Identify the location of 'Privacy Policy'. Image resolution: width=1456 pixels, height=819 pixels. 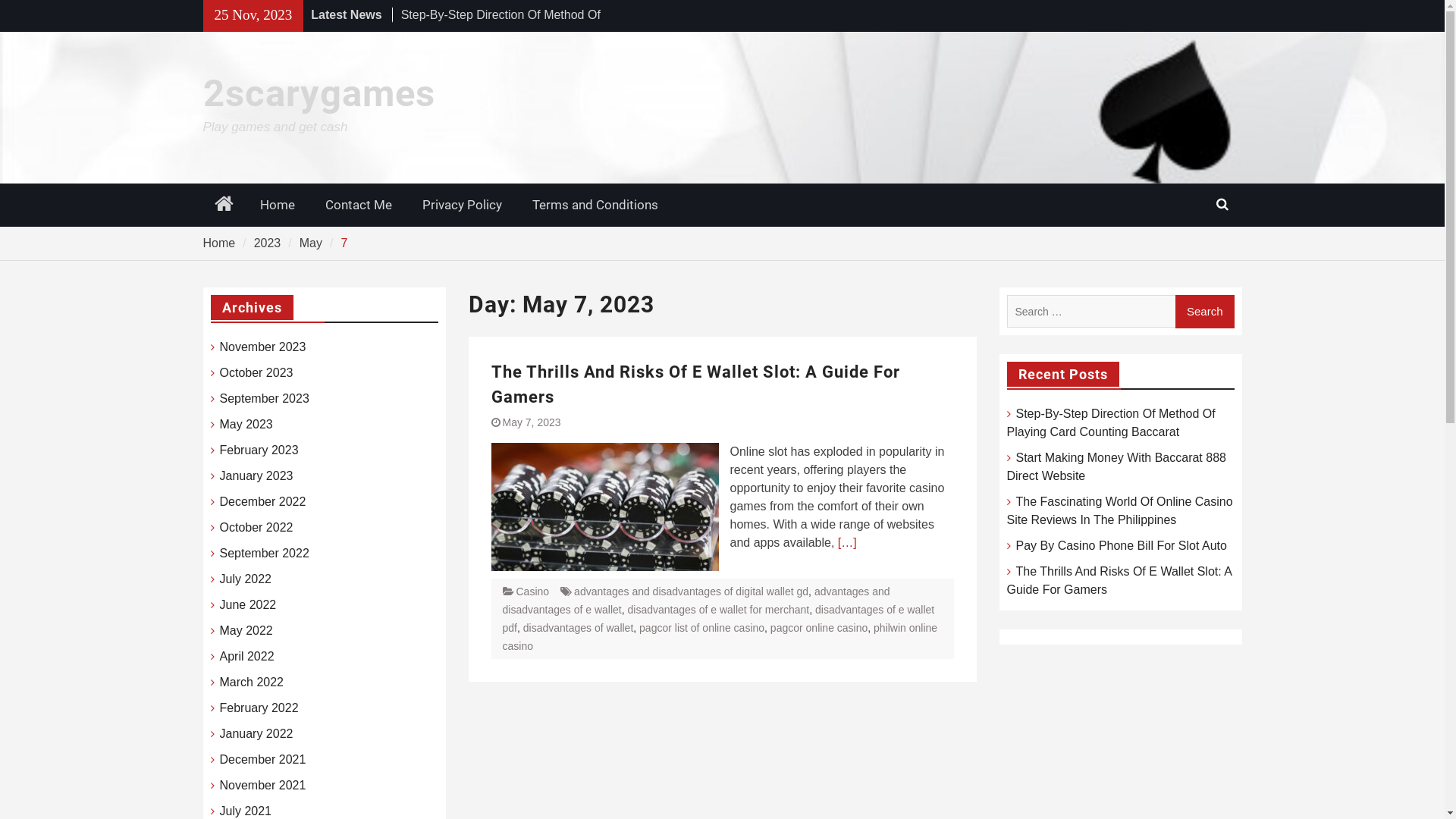
(460, 205).